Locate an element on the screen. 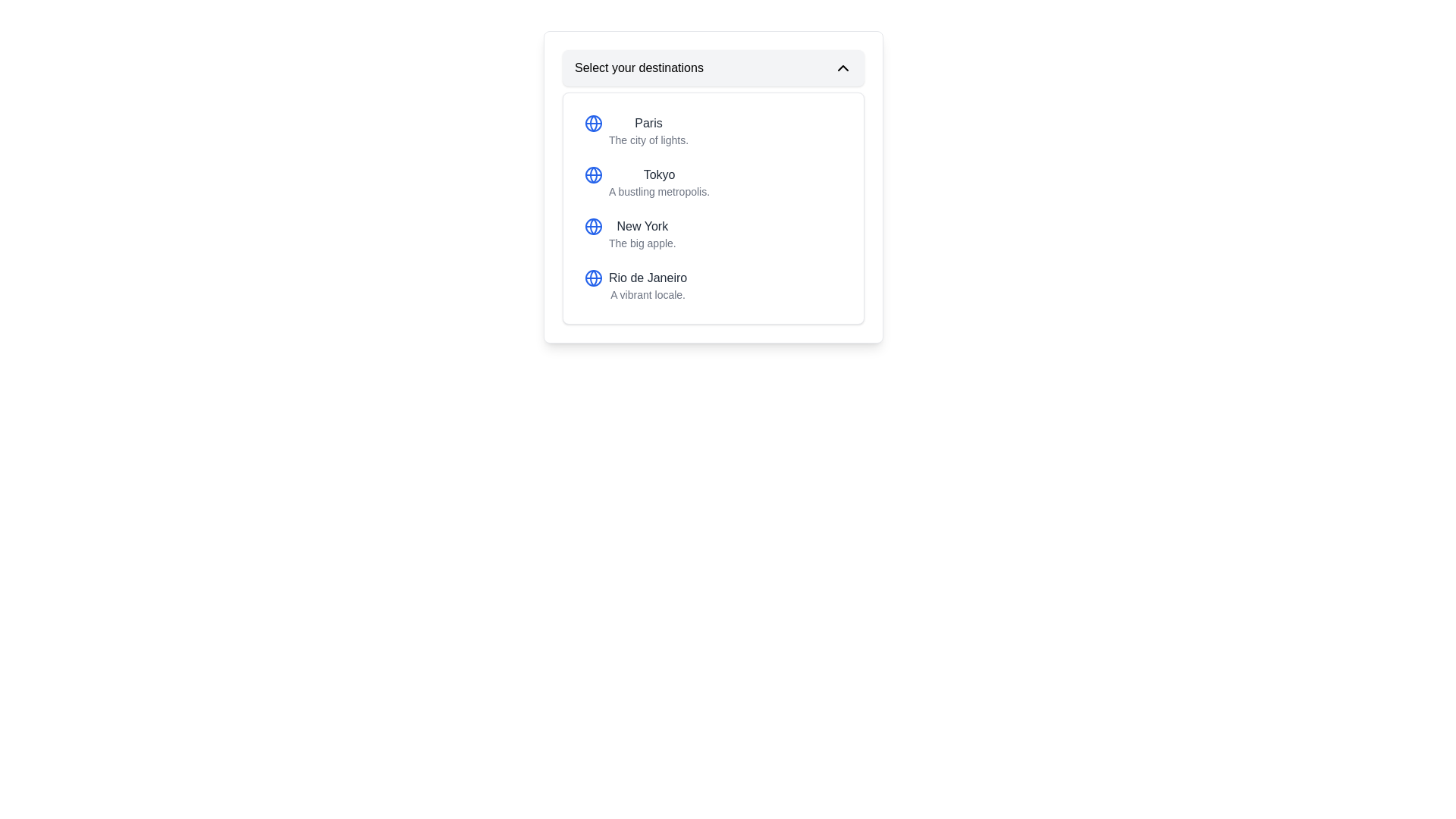 This screenshot has height=819, width=1456. text element that says 'The city of lights.' located directly beneath the title 'Paris' in a smaller light gray font is located at coordinates (648, 140).